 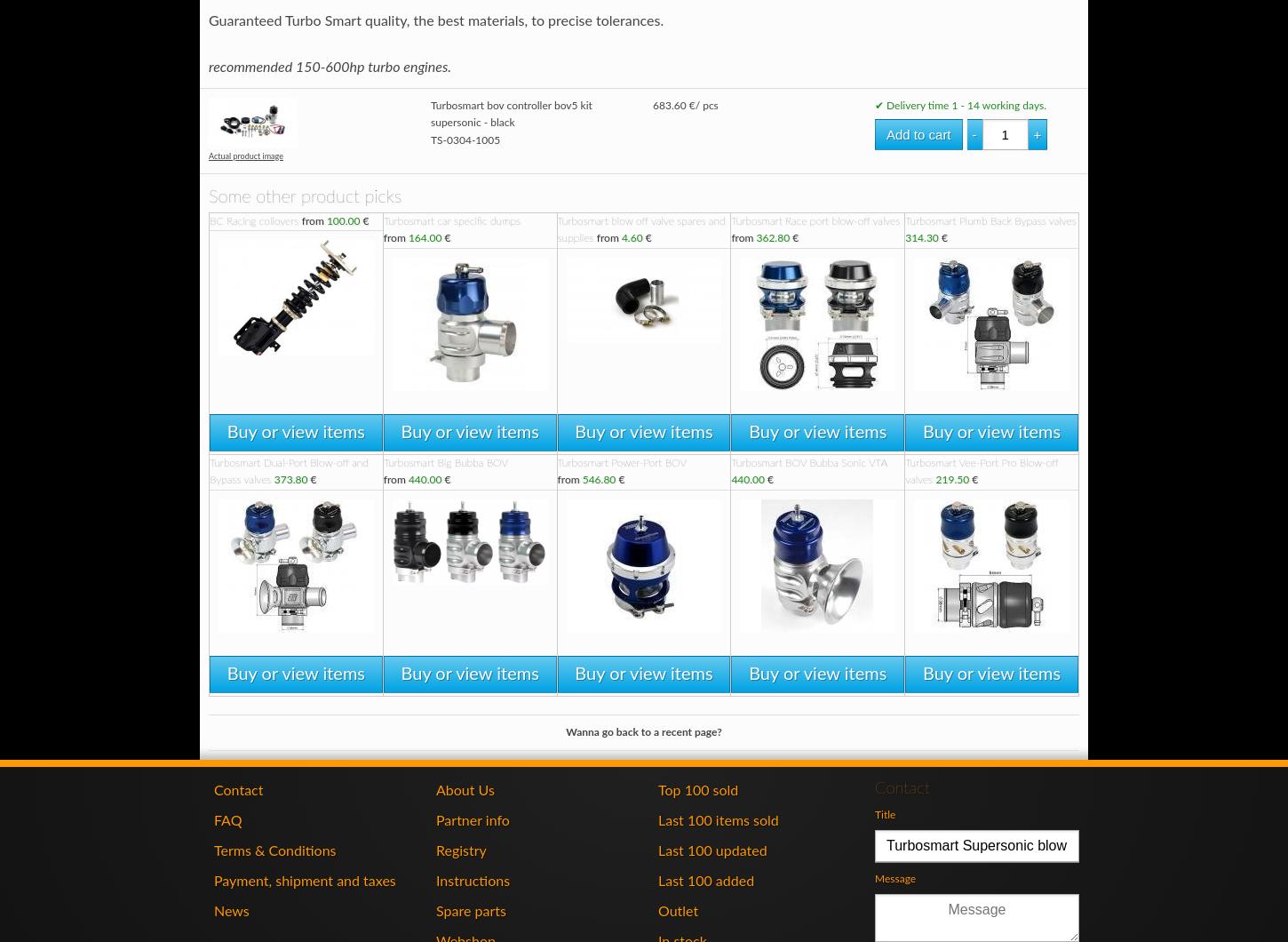 What do you see at coordinates (465, 790) in the screenshot?
I see `'About Us'` at bounding box center [465, 790].